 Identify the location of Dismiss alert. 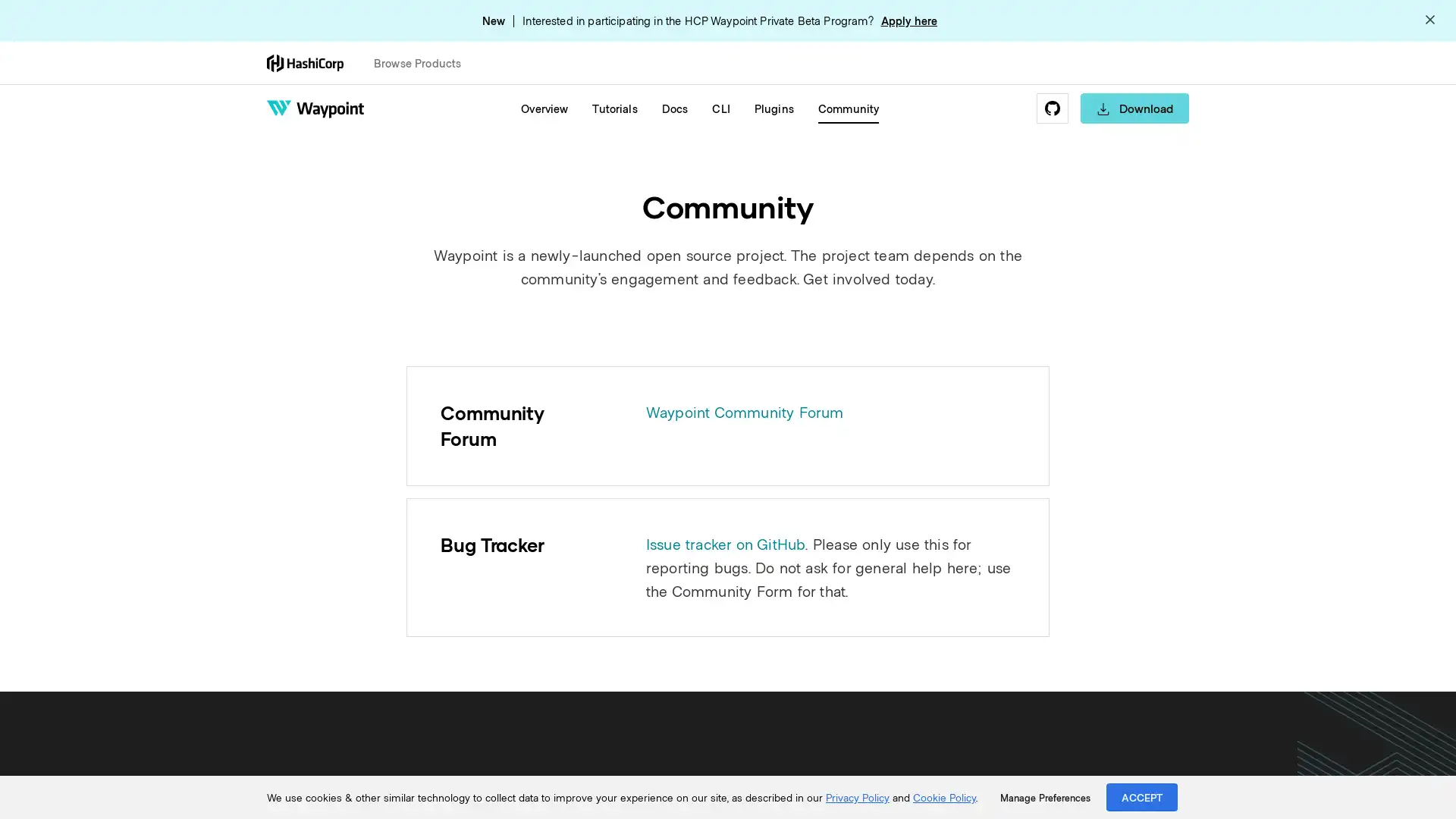
(1429, 20).